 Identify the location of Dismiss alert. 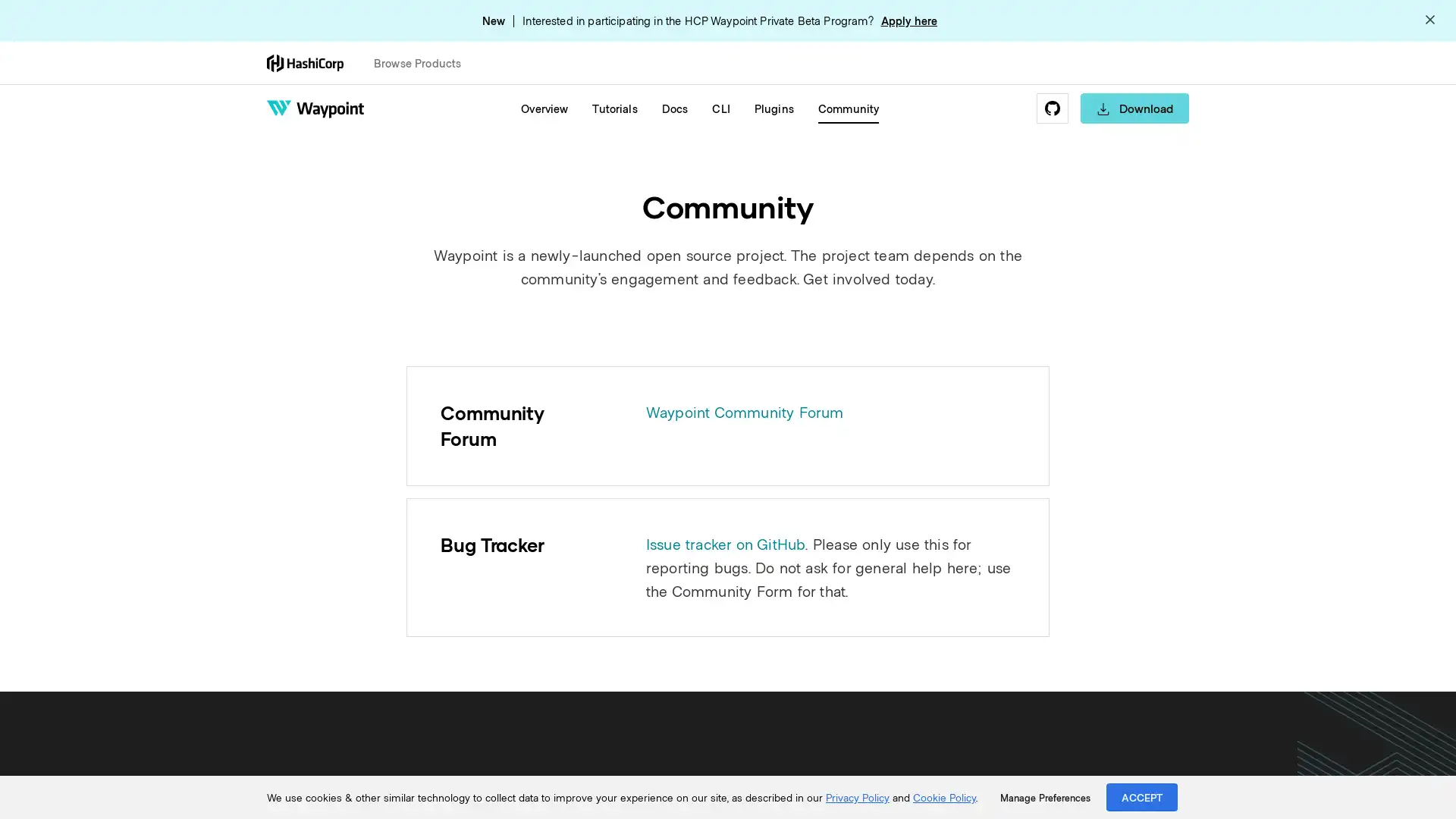
(1429, 20).